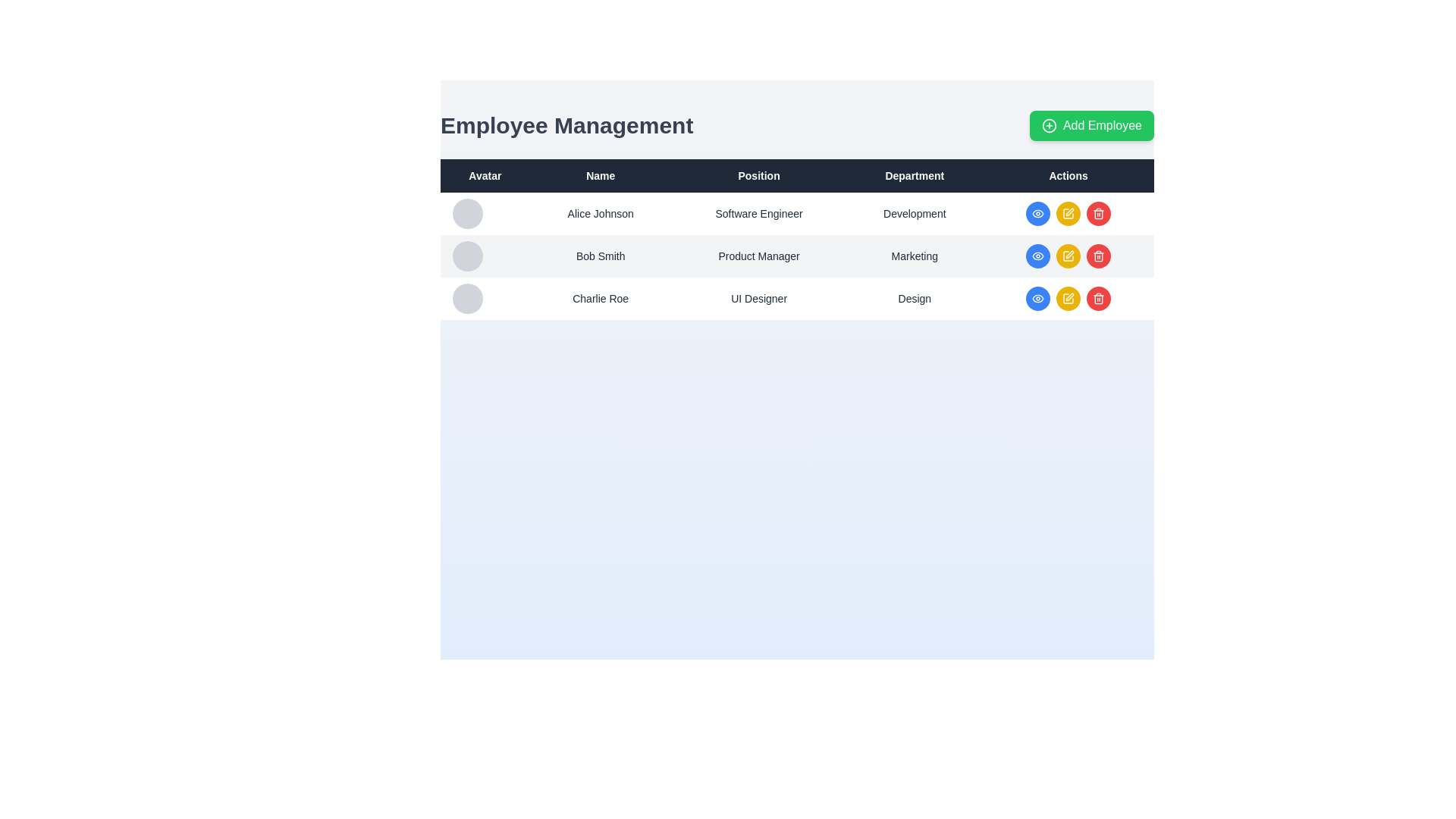 The image size is (1456, 819). What do you see at coordinates (1068, 298) in the screenshot?
I see `the middle 'edit' button in the row of three circular buttons under the 'Actions' column for the employee 'Charlie Roe' to initiate the edit functionality` at bounding box center [1068, 298].